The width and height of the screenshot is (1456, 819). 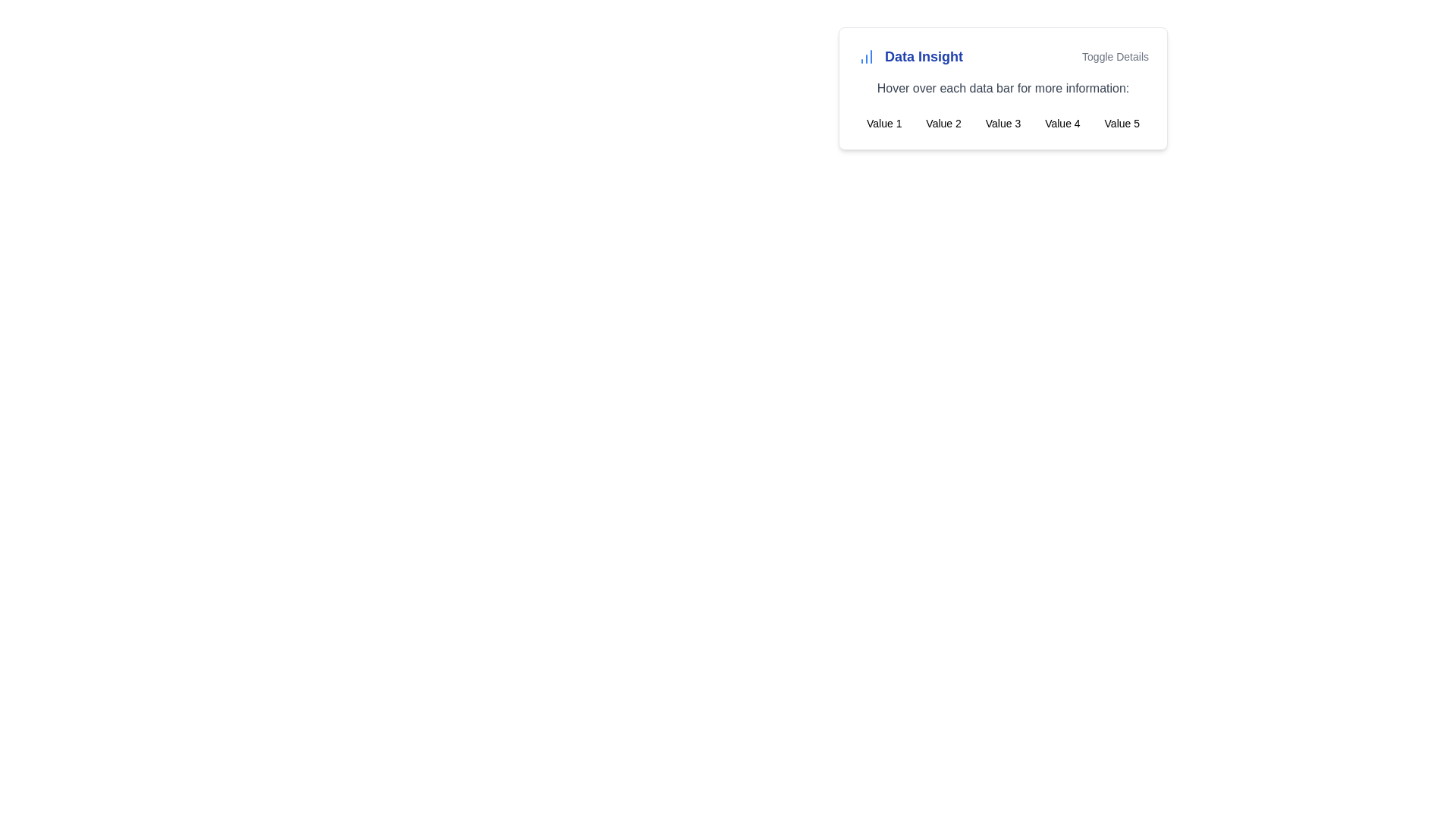 What do you see at coordinates (1003, 119) in the screenshot?
I see `the item labeled 'Value 3' in the horizontal grid` at bounding box center [1003, 119].